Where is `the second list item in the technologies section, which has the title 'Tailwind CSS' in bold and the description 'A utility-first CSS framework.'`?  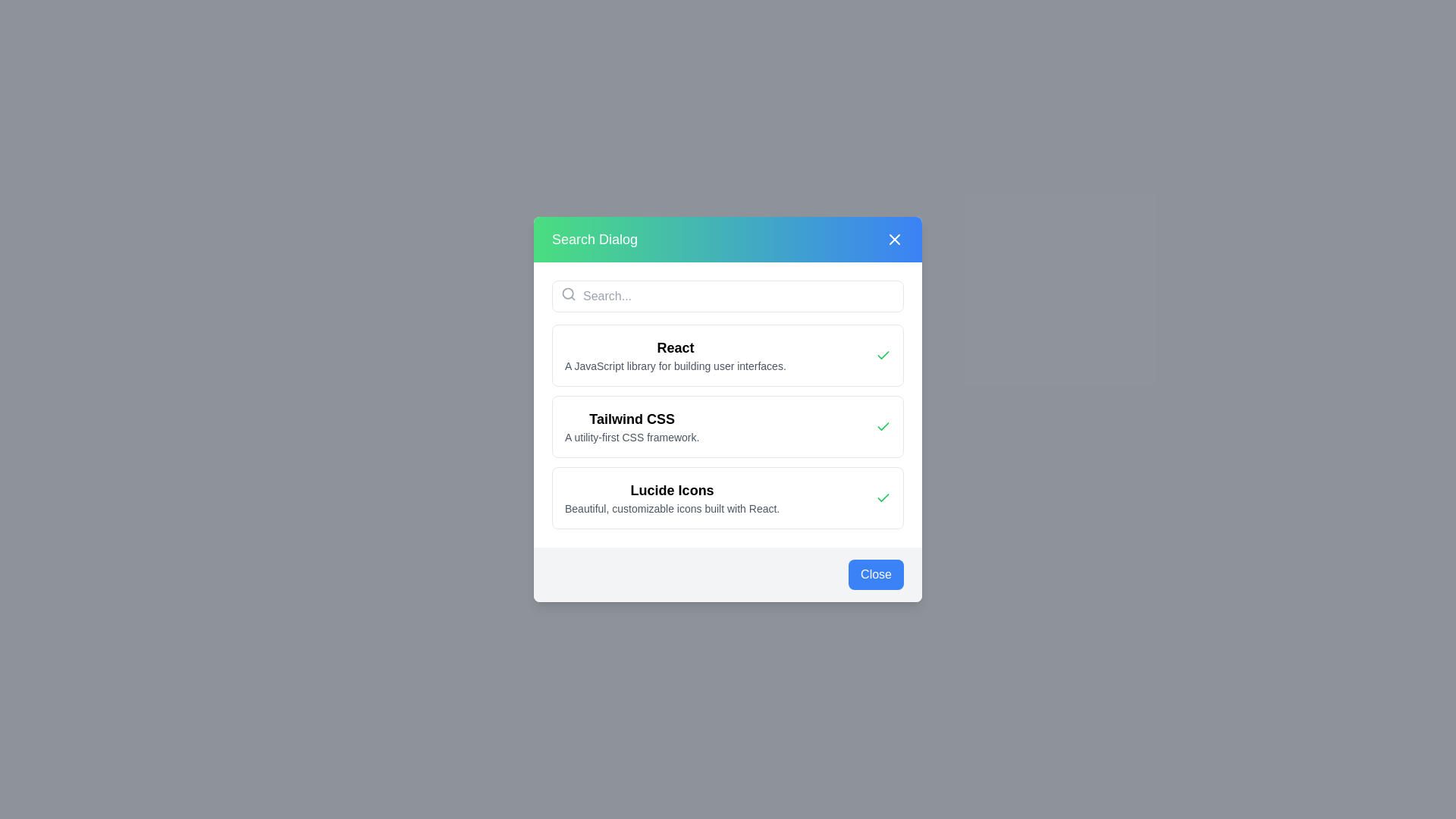 the second list item in the technologies section, which has the title 'Tailwind CSS' in bold and the description 'A utility-first CSS framework.' is located at coordinates (728, 427).